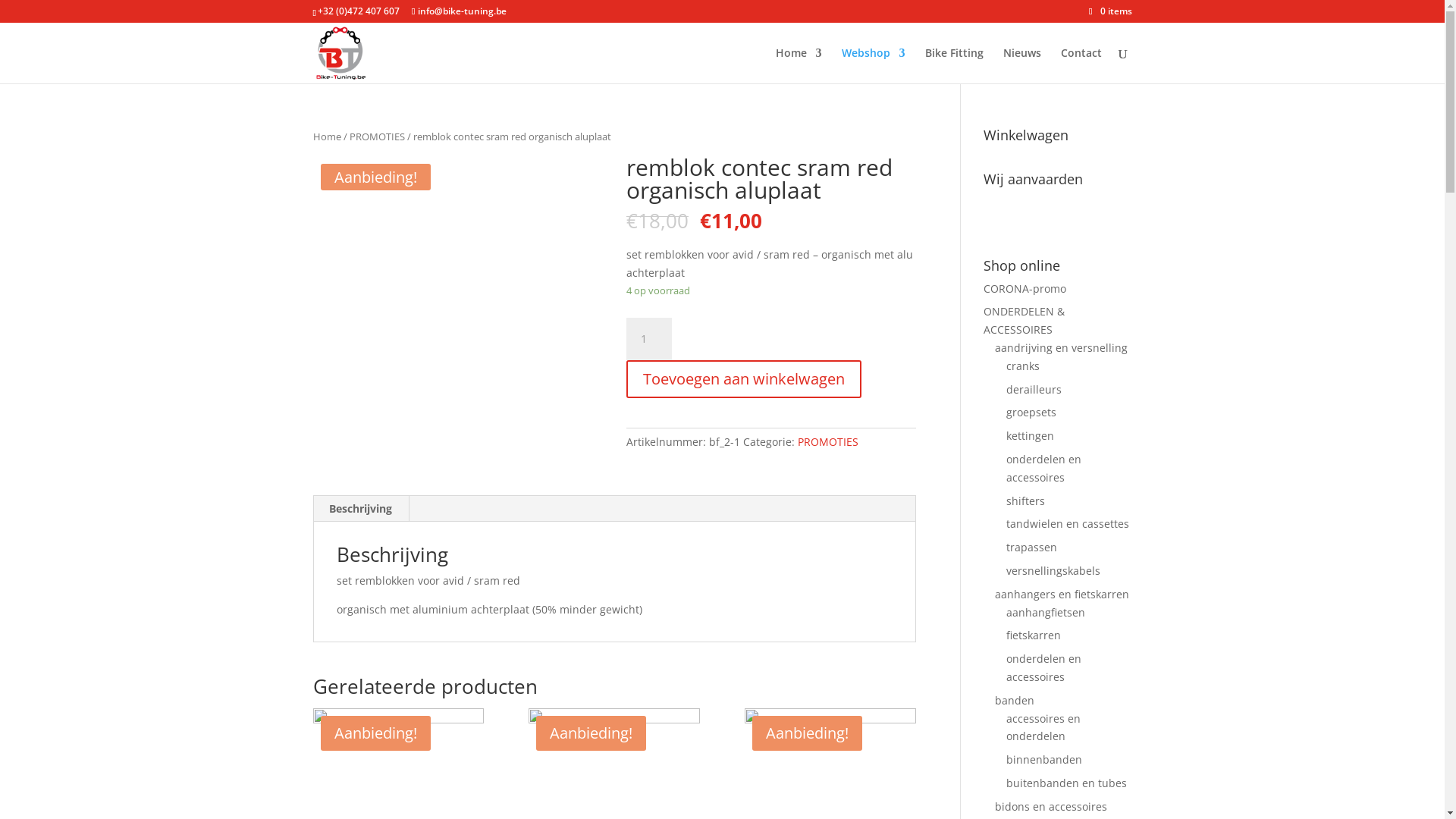 The height and width of the screenshot is (819, 1456). What do you see at coordinates (1024, 319) in the screenshot?
I see `'ONDERDELEN & ACCESSOIRES'` at bounding box center [1024, 319].